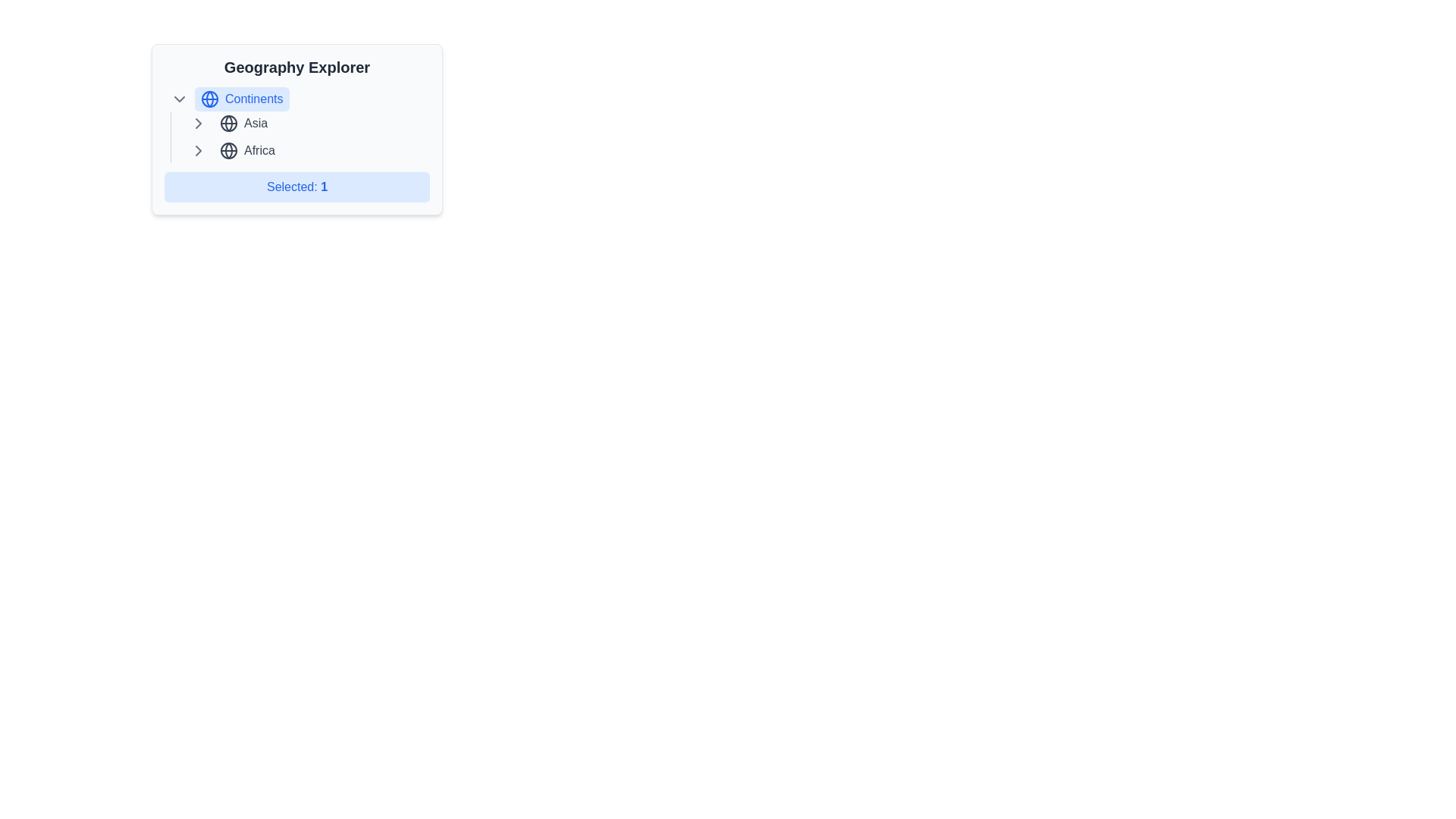 This screenshot has height=819, width=1456. What do you see at coordinates (228, 151) in the screenshot?
I see `the circular globe graphic element in the 'Geography Explorer' interface, located next to the 'Continents' label` at bounding box center [228, 151].